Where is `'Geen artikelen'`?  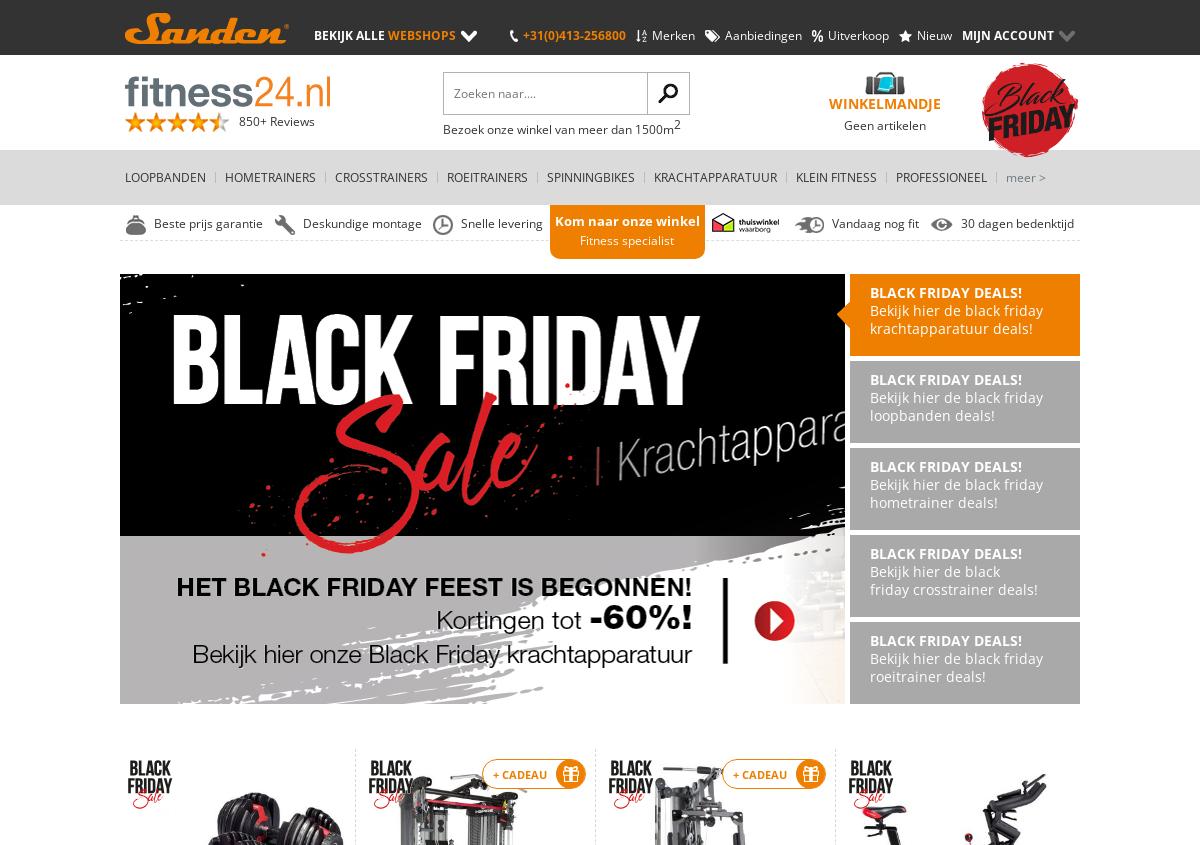 'Geen artikelen' is located at coordinates (884, 125).